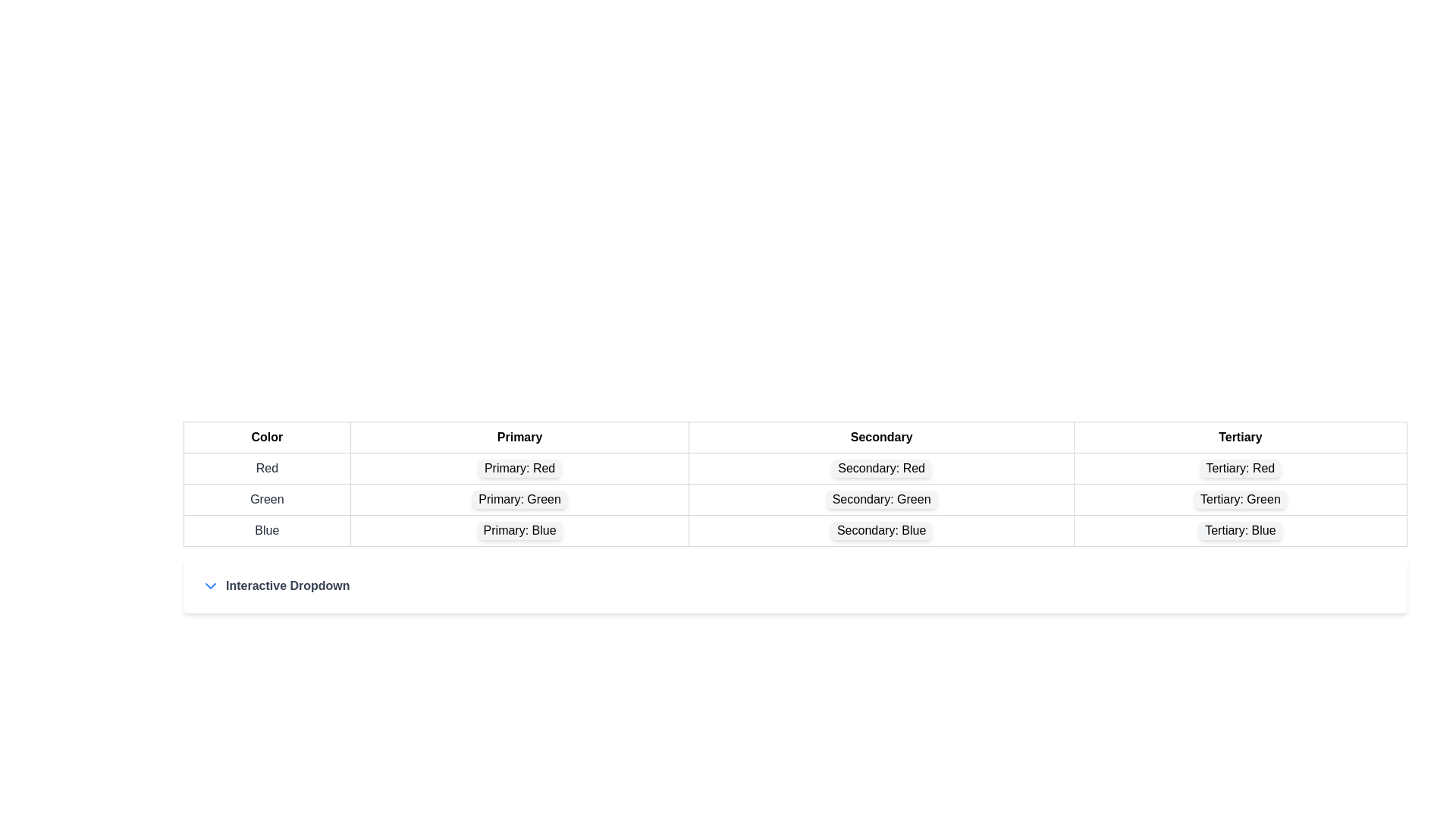 Image resolution: width=1456 pixels, height=819 pixels. Describe the element at coordinates (519, 467) in the screenshot. I see `the label denoting the primary attribute related to the color red, located in the 'Primary' column of the table, adjacent to the 'Red' label in the 'Color' column` at that location.